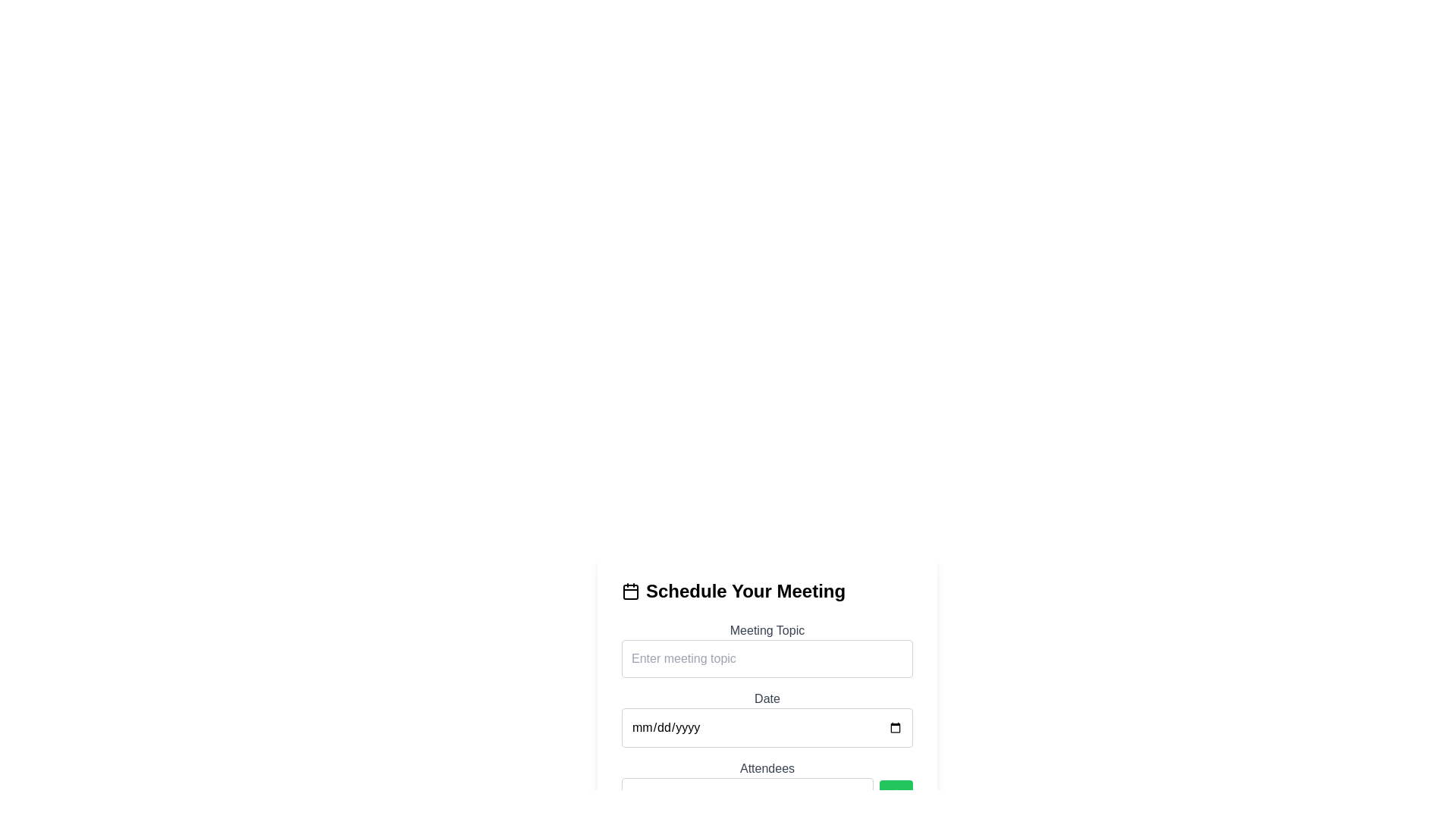 The height and width of the screenshot is (819, 1456). I want to click on the submit button located in the 'Schedule Your Meeting' card layout, so click(767, 718).